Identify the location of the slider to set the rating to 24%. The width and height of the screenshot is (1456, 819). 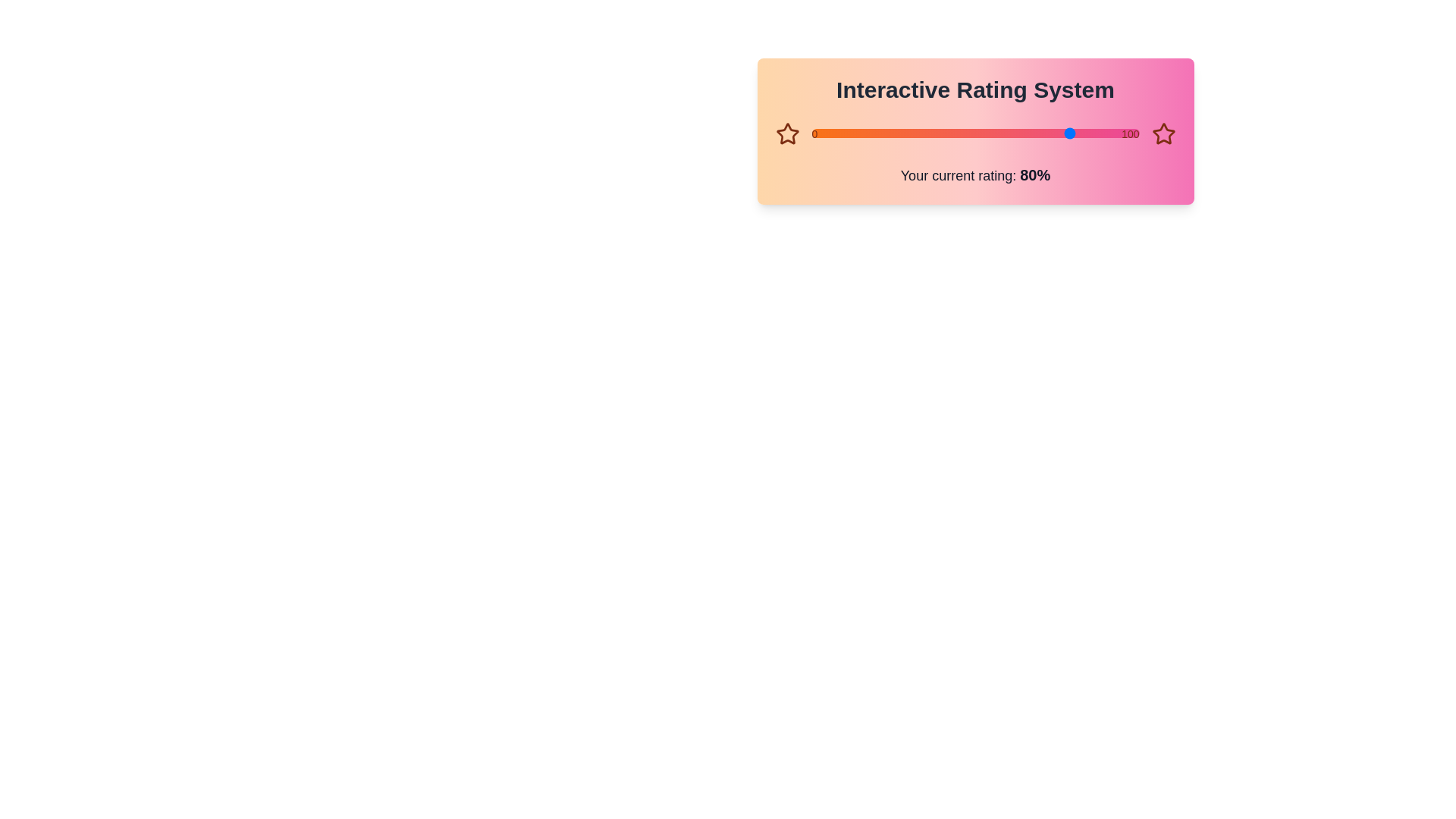
(811, 133).